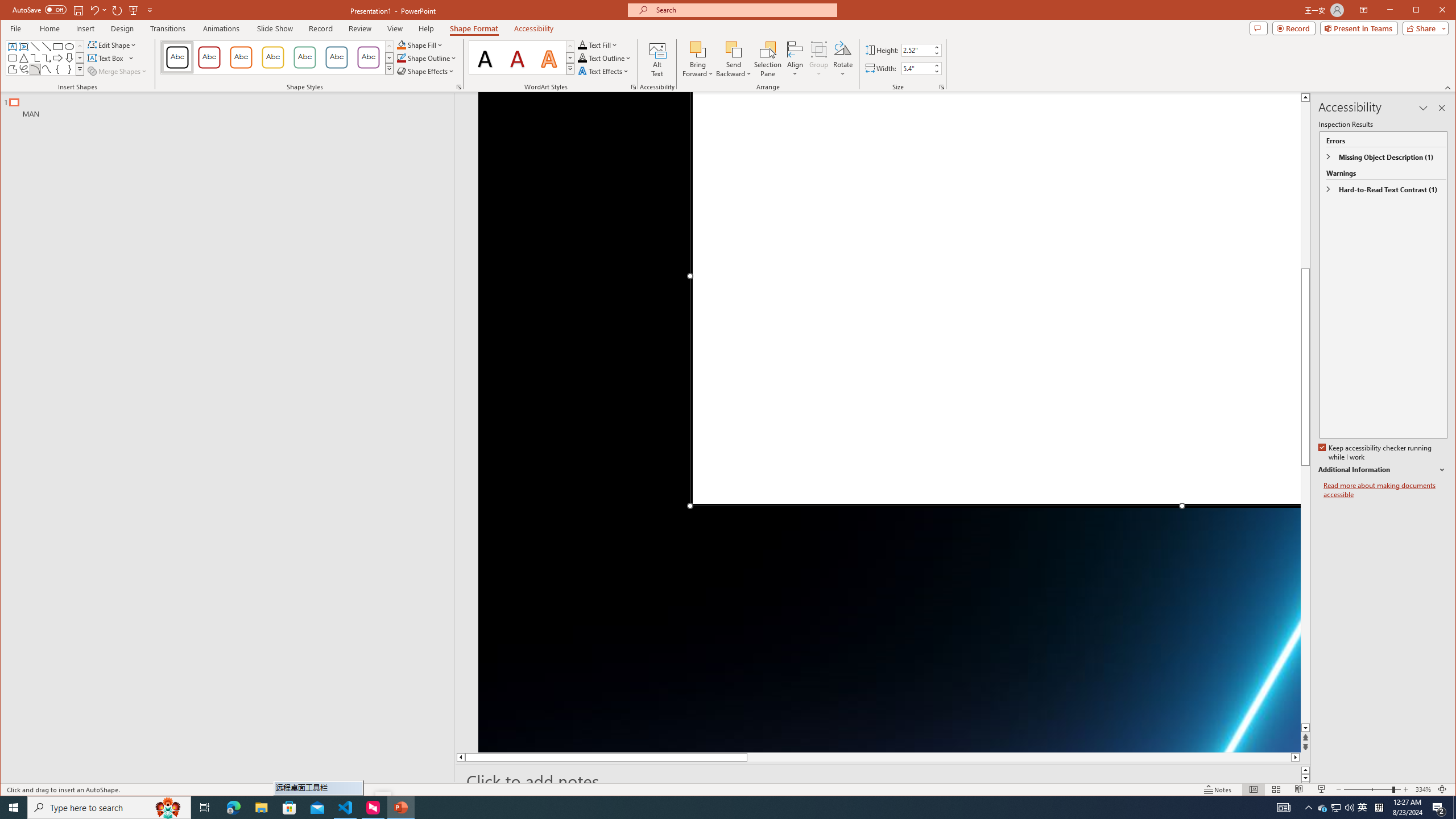  What do you see at coordinates (1384, 490) in the screenshot?
I see `'Read more about making documents accessible'` at bounding box center [1384, 490].